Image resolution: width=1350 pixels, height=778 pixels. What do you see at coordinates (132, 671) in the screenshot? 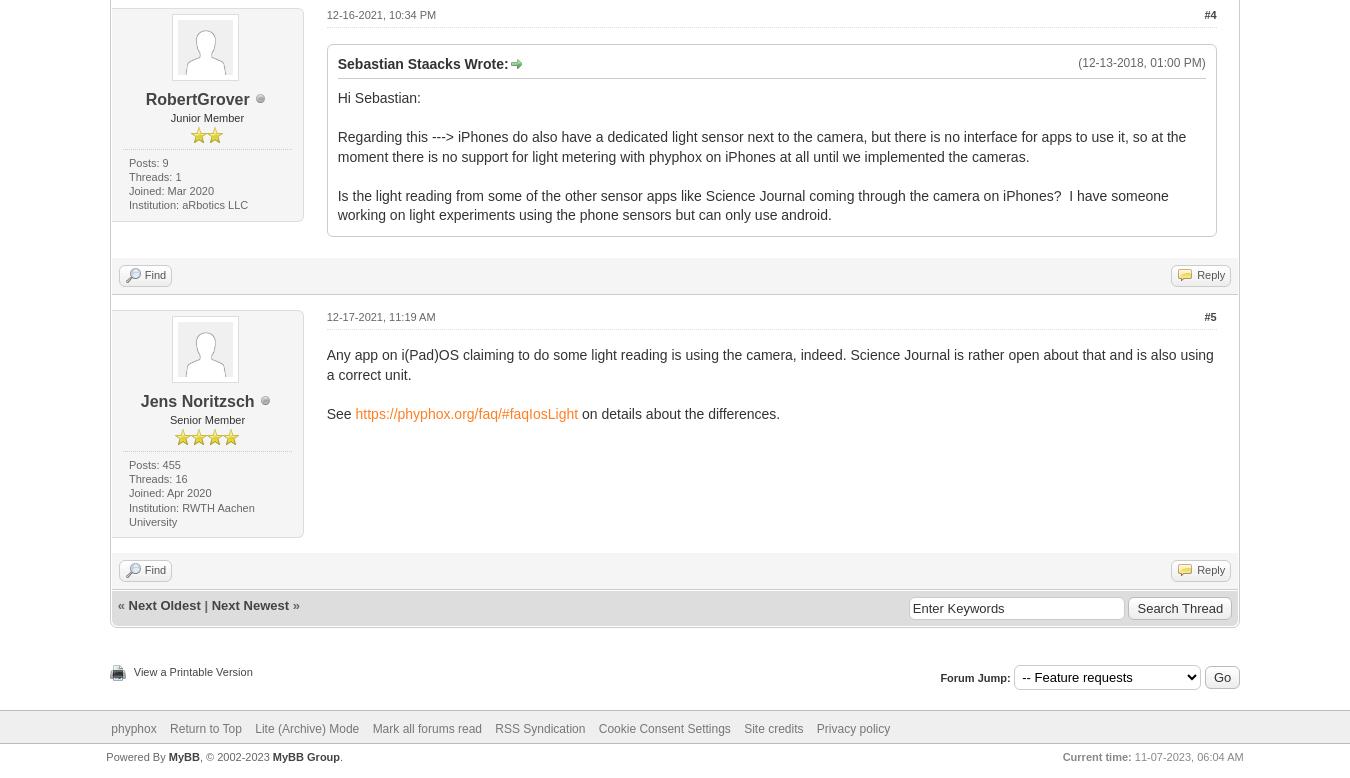
I see `'View a Printable Version'` at bounding box center [132, 671].